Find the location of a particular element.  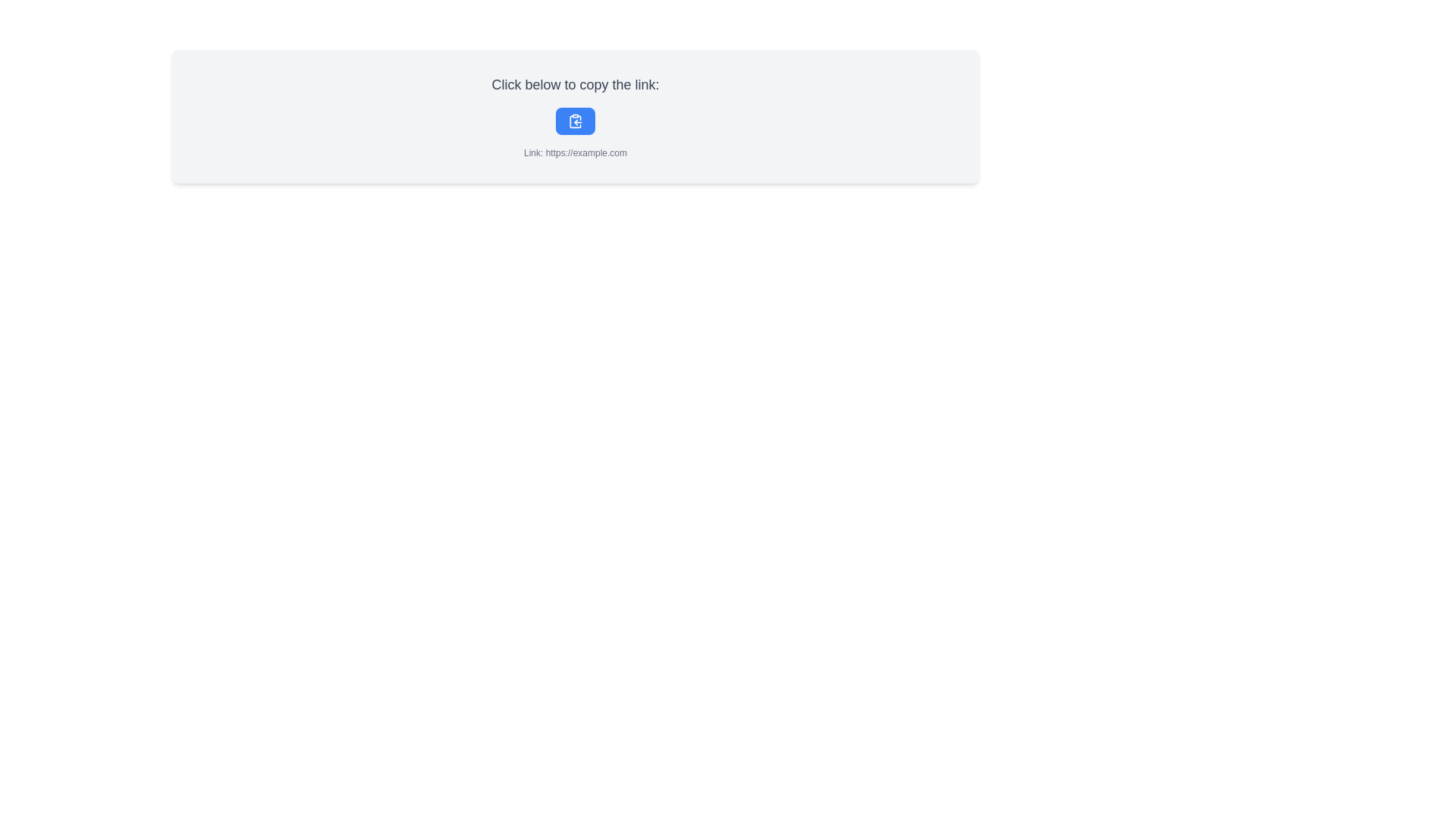

the curved line element that resembles the outline of a clipboard, located within the clipboard copy icon is located at coordinates (574, 121).